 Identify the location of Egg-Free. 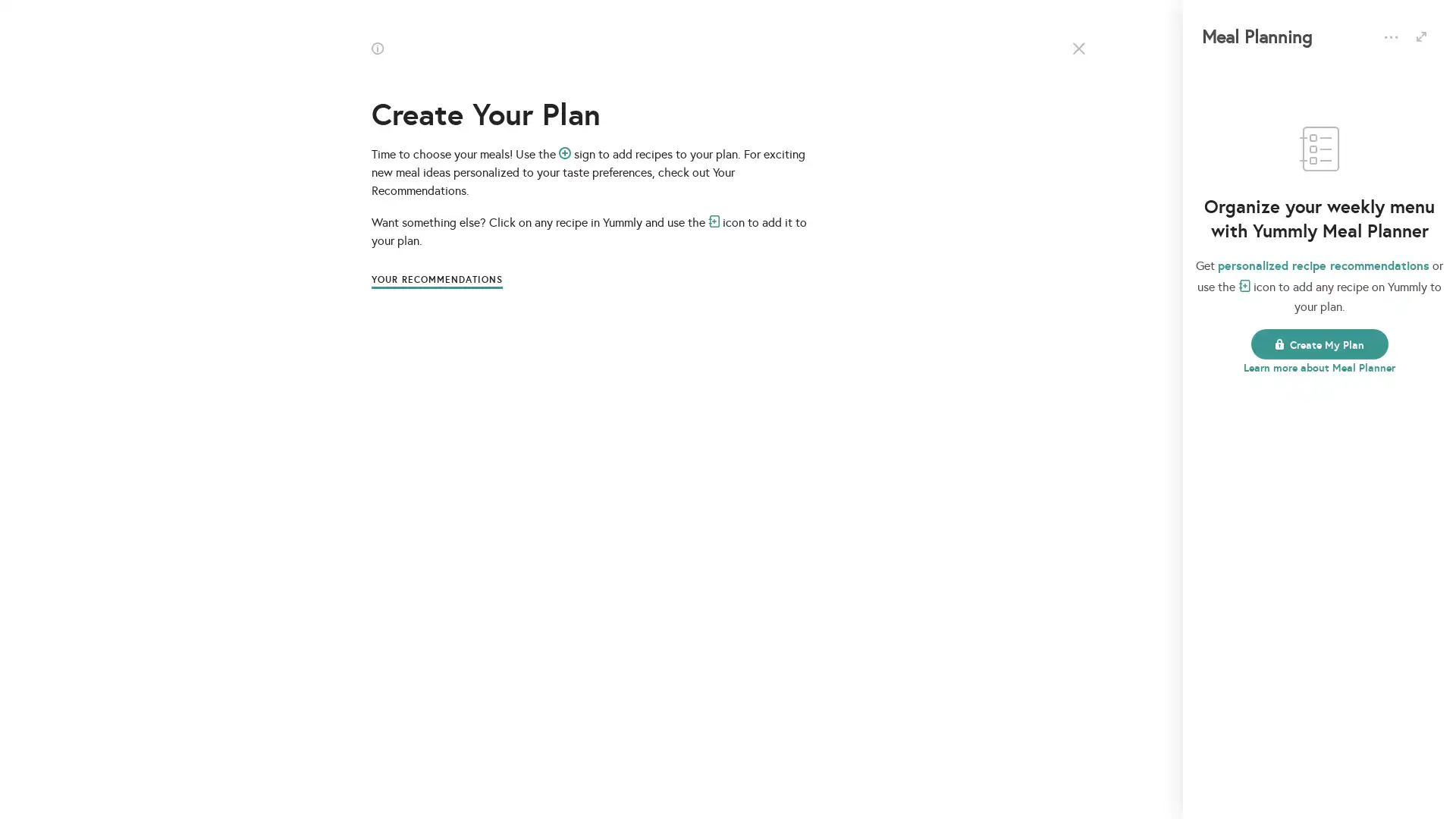
(1335, 312).